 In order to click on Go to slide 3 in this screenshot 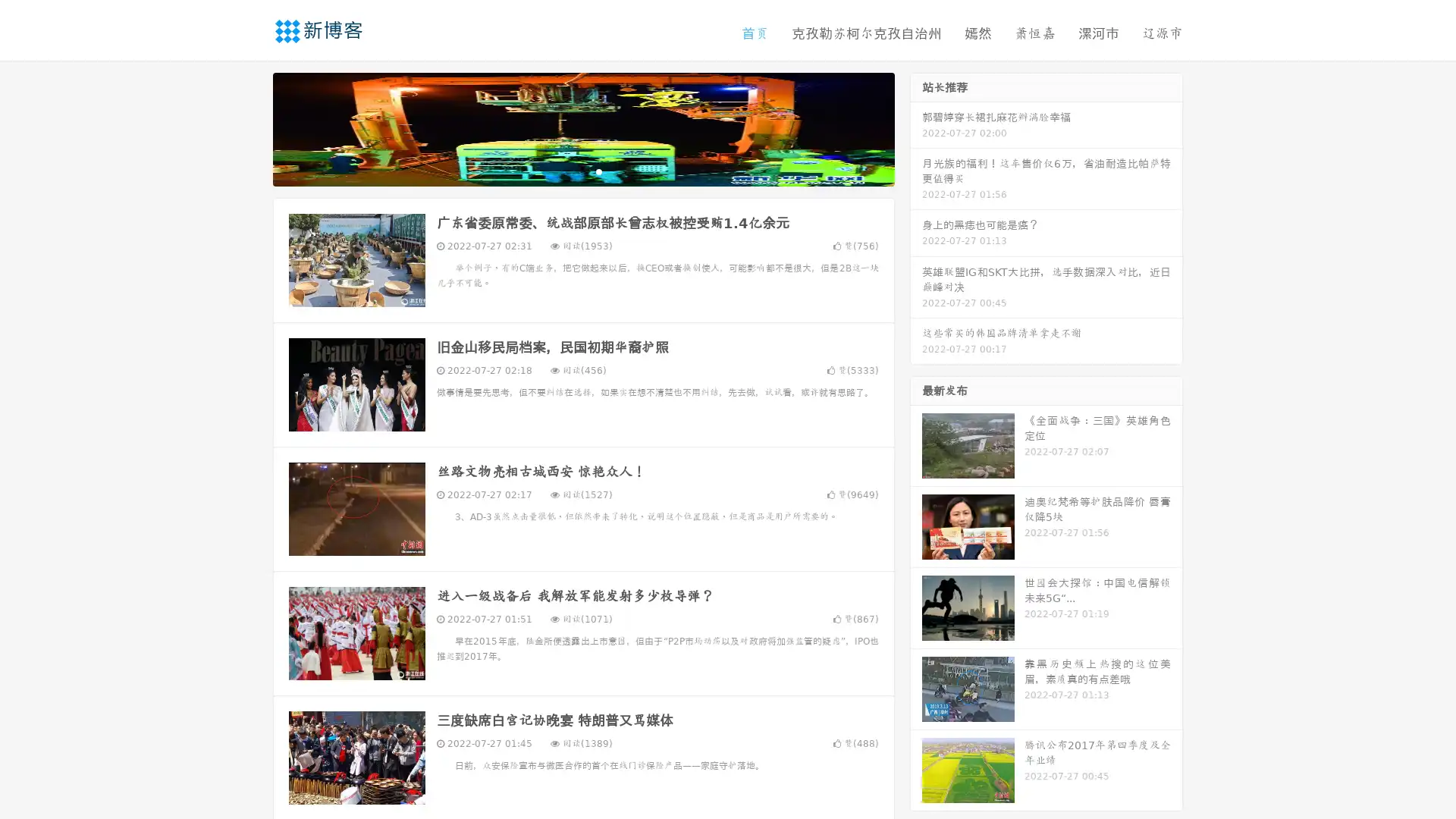, I will do `click(598, 171)`.